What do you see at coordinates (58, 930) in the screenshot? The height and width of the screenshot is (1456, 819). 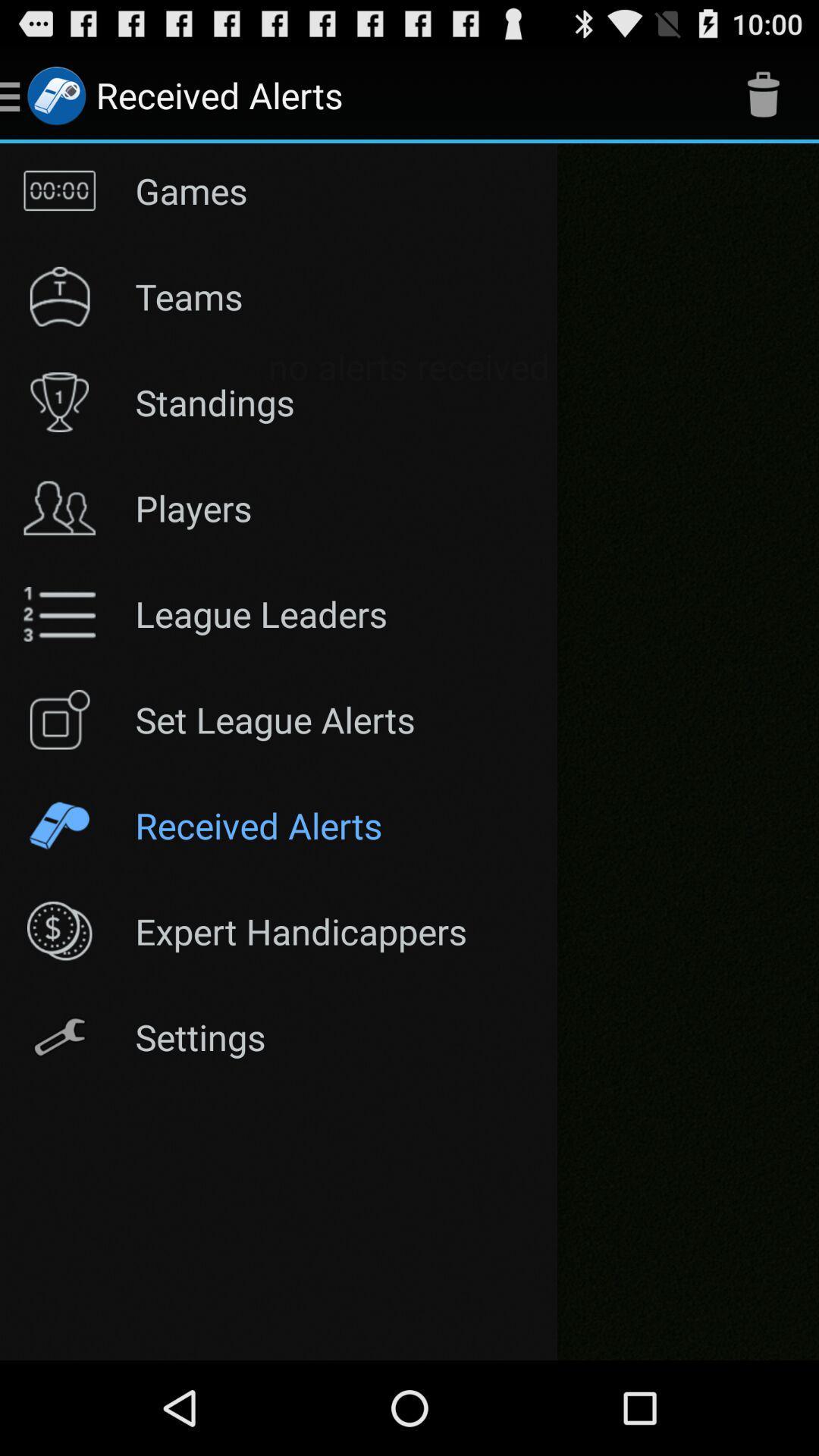 I see `the icon left to the expert handicappers` at bounding box center [58, 930].